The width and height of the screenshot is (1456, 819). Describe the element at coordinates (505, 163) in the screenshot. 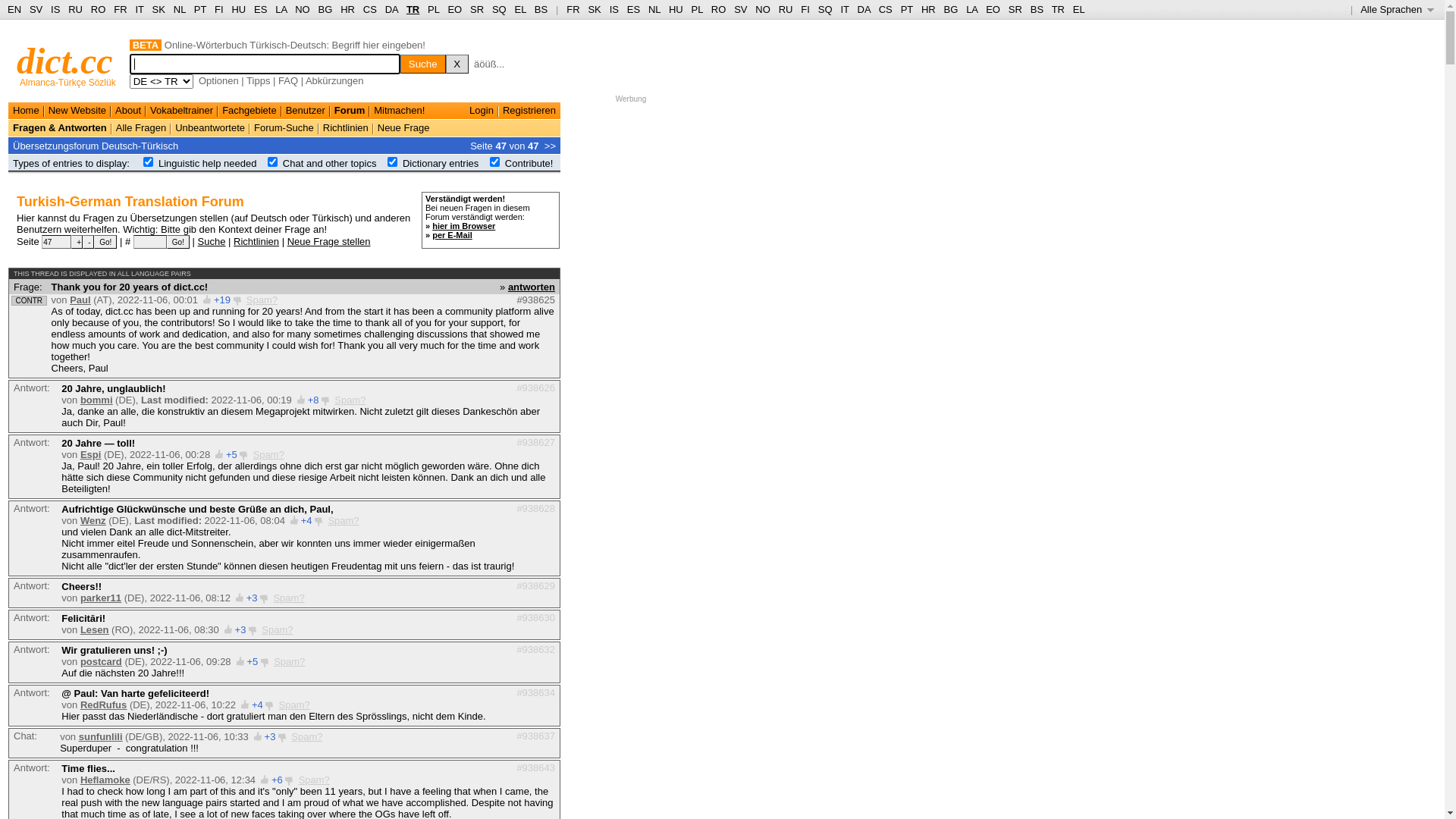

I see `'Contribute!'` at that location.